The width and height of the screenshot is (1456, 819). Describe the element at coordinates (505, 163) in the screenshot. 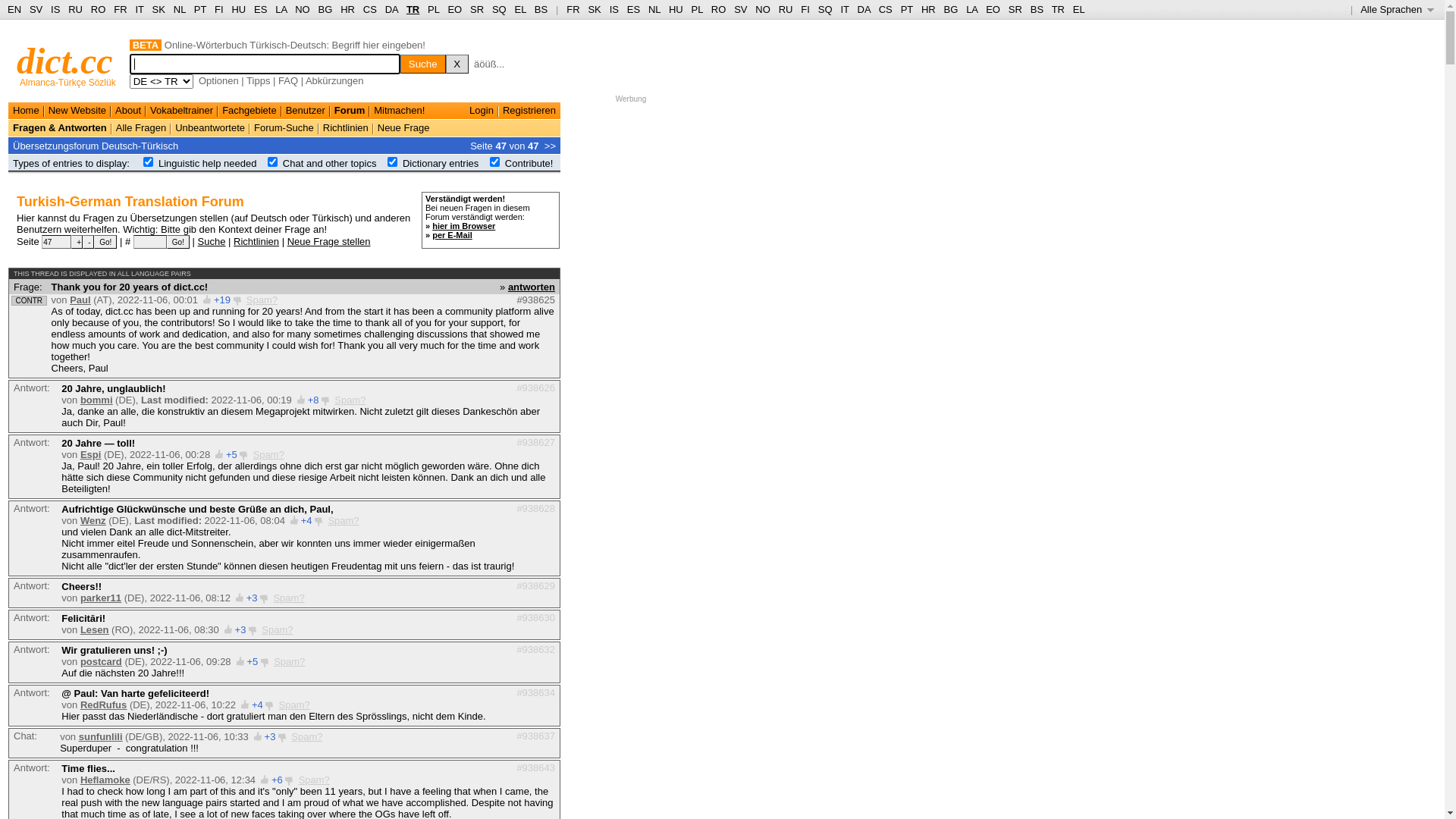

I see `'Contribute!'` at that location.